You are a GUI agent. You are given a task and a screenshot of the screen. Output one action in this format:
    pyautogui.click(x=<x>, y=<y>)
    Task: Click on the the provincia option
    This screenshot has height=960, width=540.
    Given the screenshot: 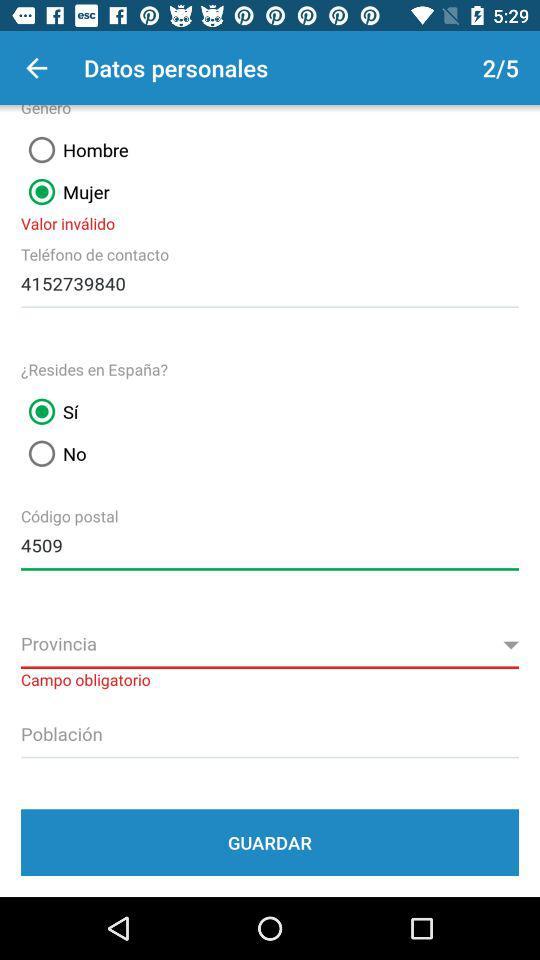 What is the action you would take?
    pyautogui.click(x=270, y=644)
    